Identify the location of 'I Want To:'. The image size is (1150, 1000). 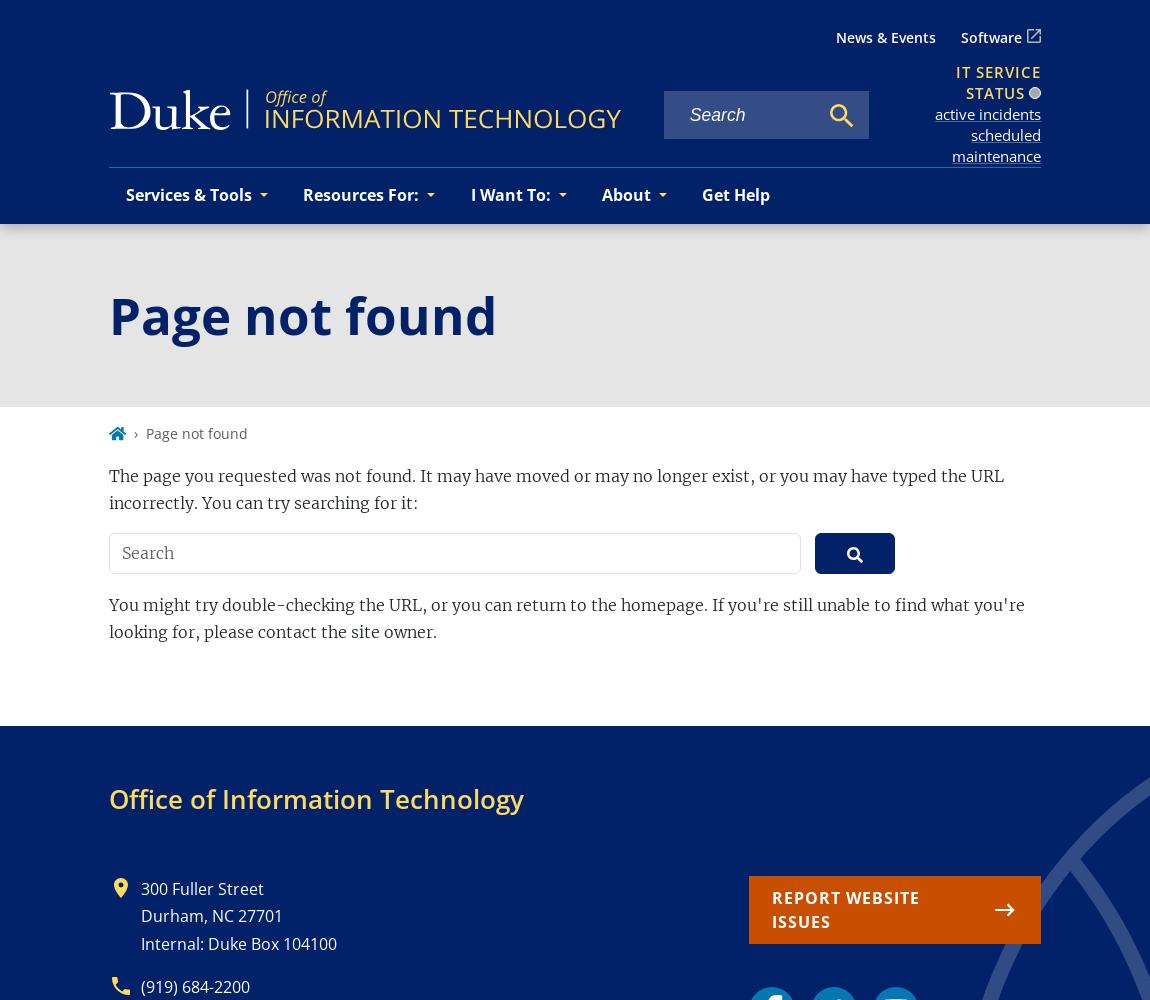
(510, 194).